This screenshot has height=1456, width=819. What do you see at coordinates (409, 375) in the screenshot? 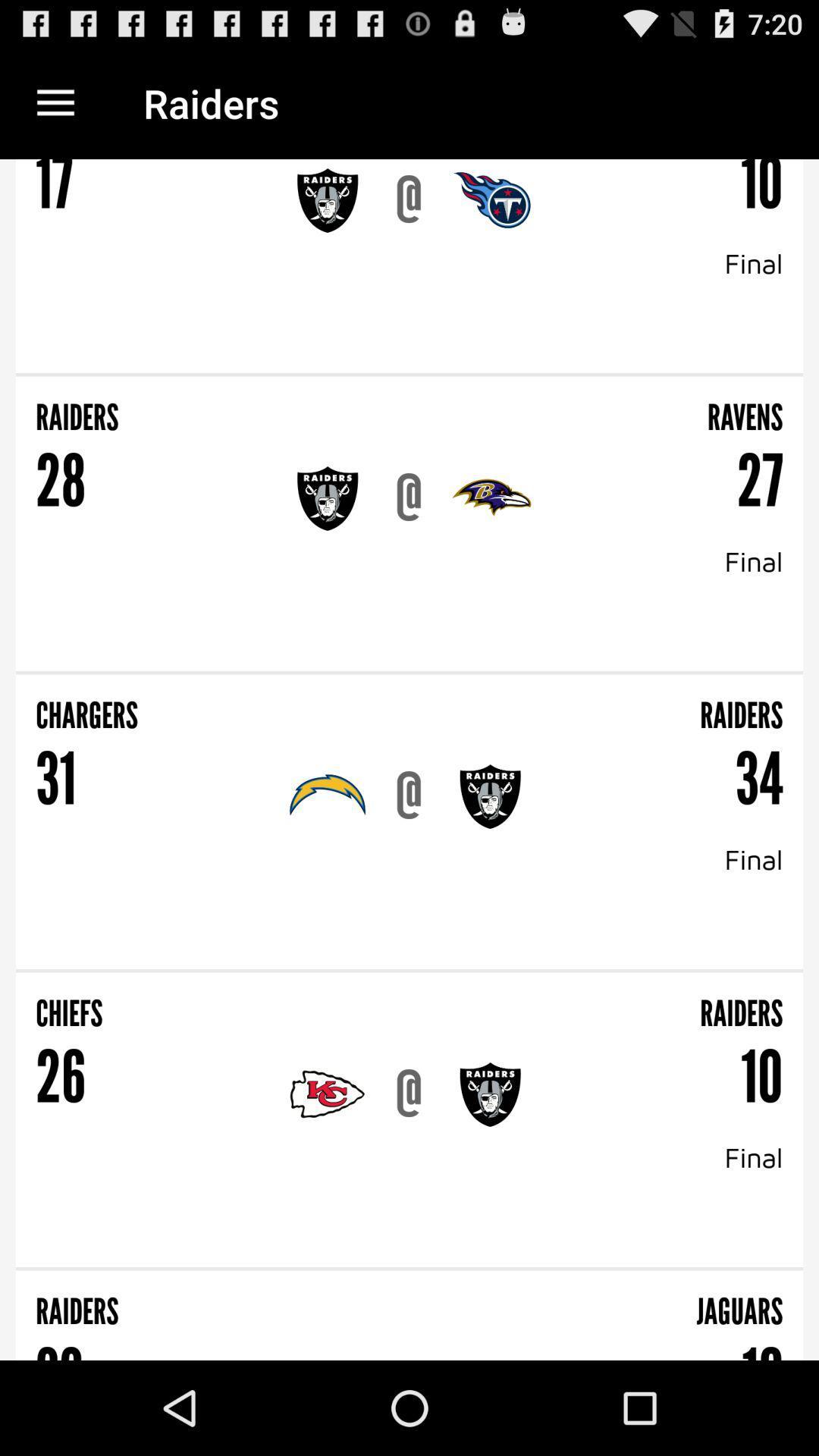
I see `item above the raiders item` at bounding box center [409, 375].